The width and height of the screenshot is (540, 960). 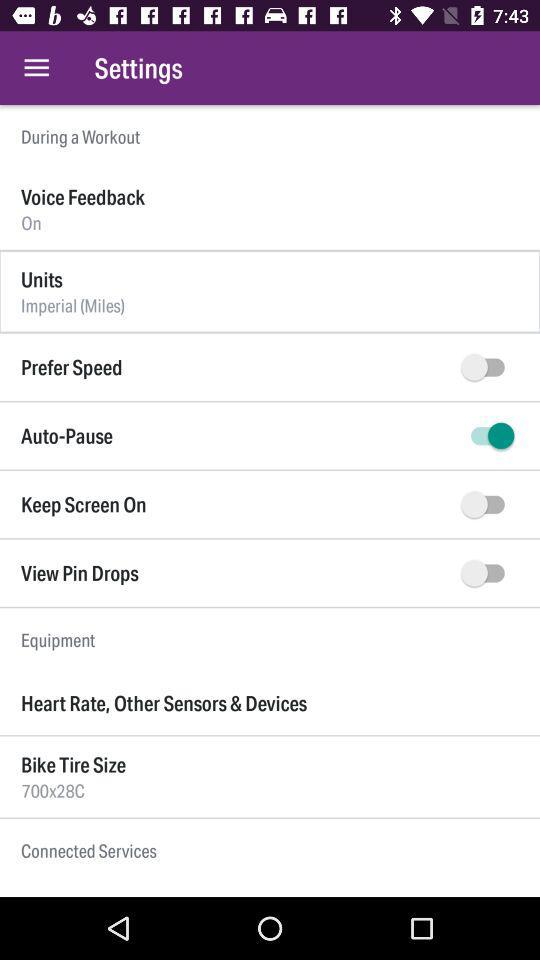 What do you see at coordinates (486, 503) in the screenshot?
I see `turn-off keepscreen on` at bounding box center [486, 503].